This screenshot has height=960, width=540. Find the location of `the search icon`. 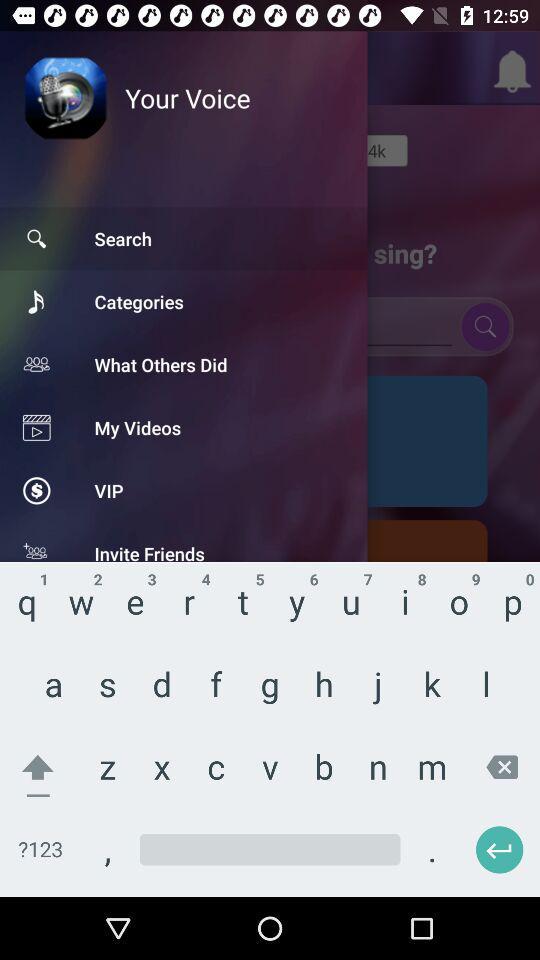

the search icon is located at coordinates (484, 326).